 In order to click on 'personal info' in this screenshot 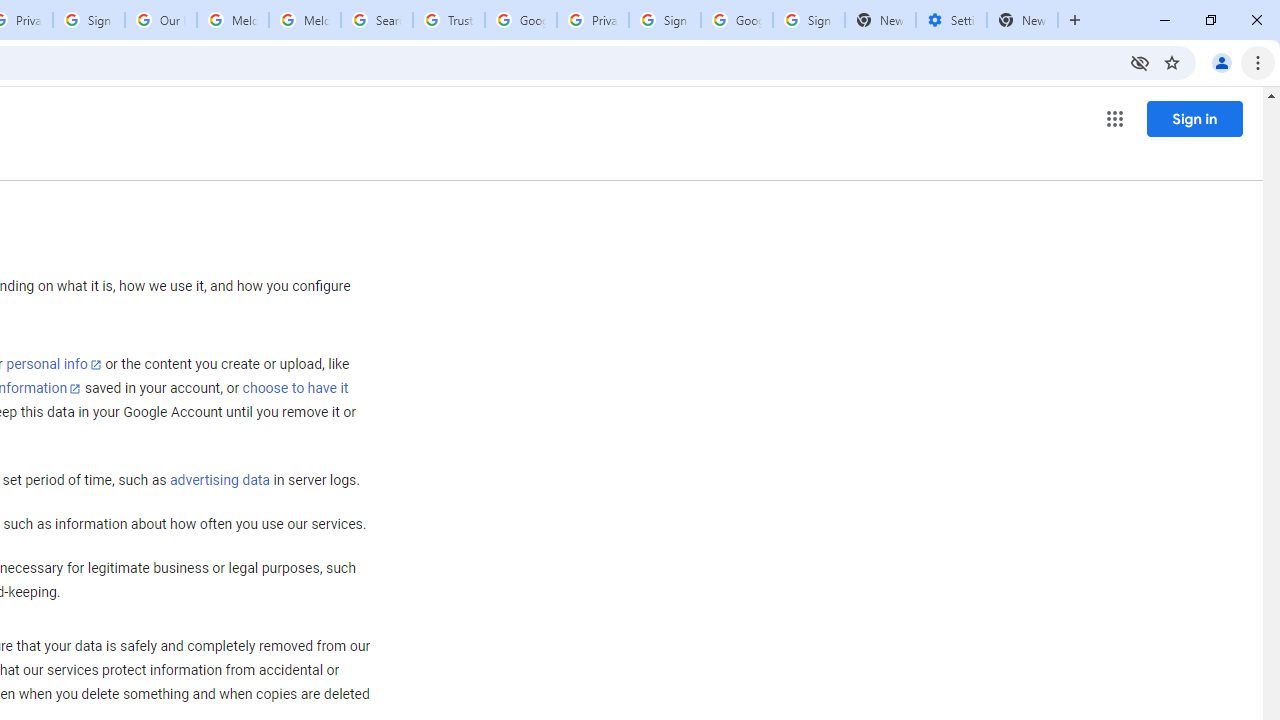, I will do `click(54, 364)`.